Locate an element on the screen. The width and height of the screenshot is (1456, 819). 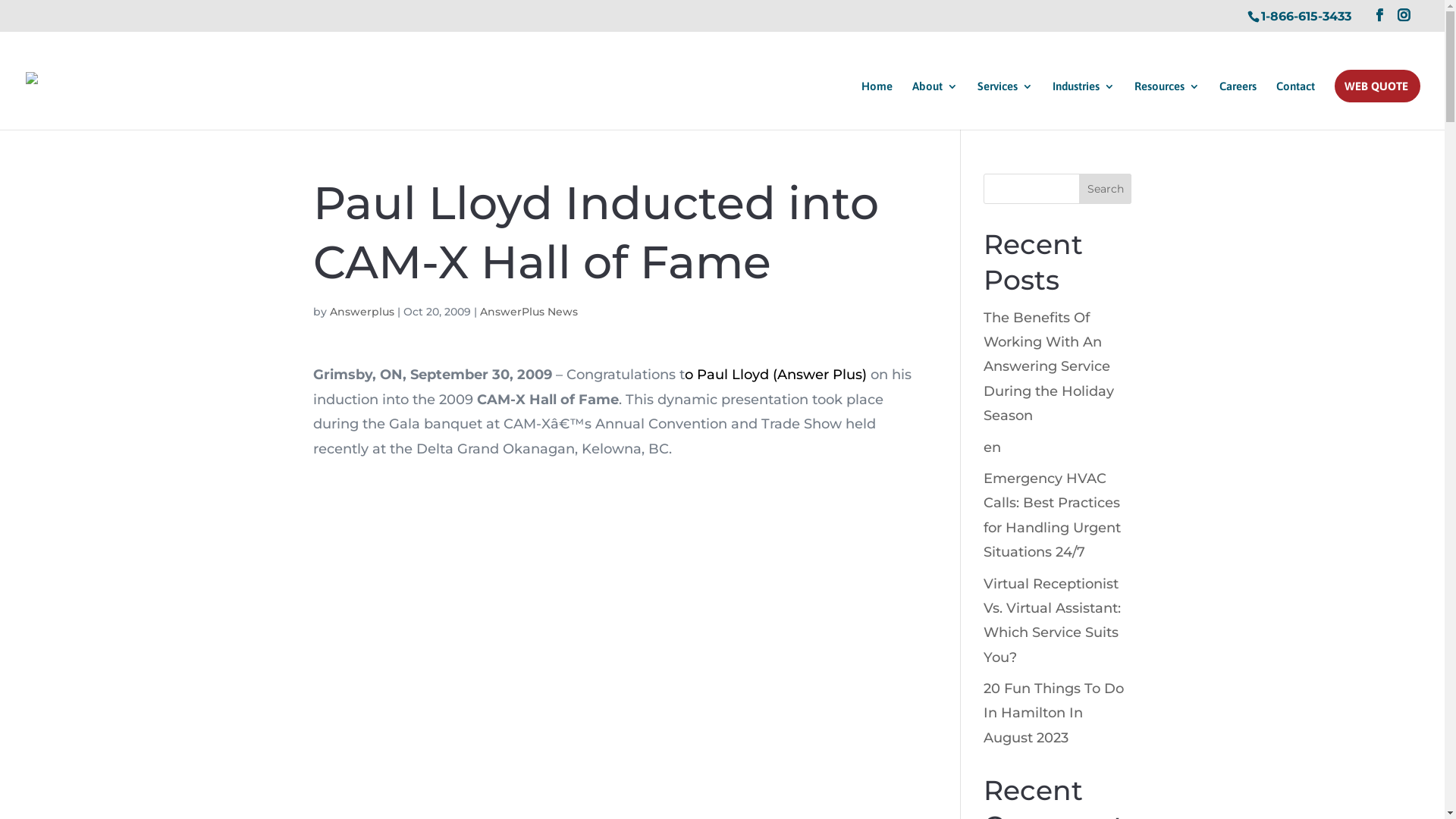
'20 Fun Things To Do In Hamilton In August 2023' is located at coordinates (1053, 713).